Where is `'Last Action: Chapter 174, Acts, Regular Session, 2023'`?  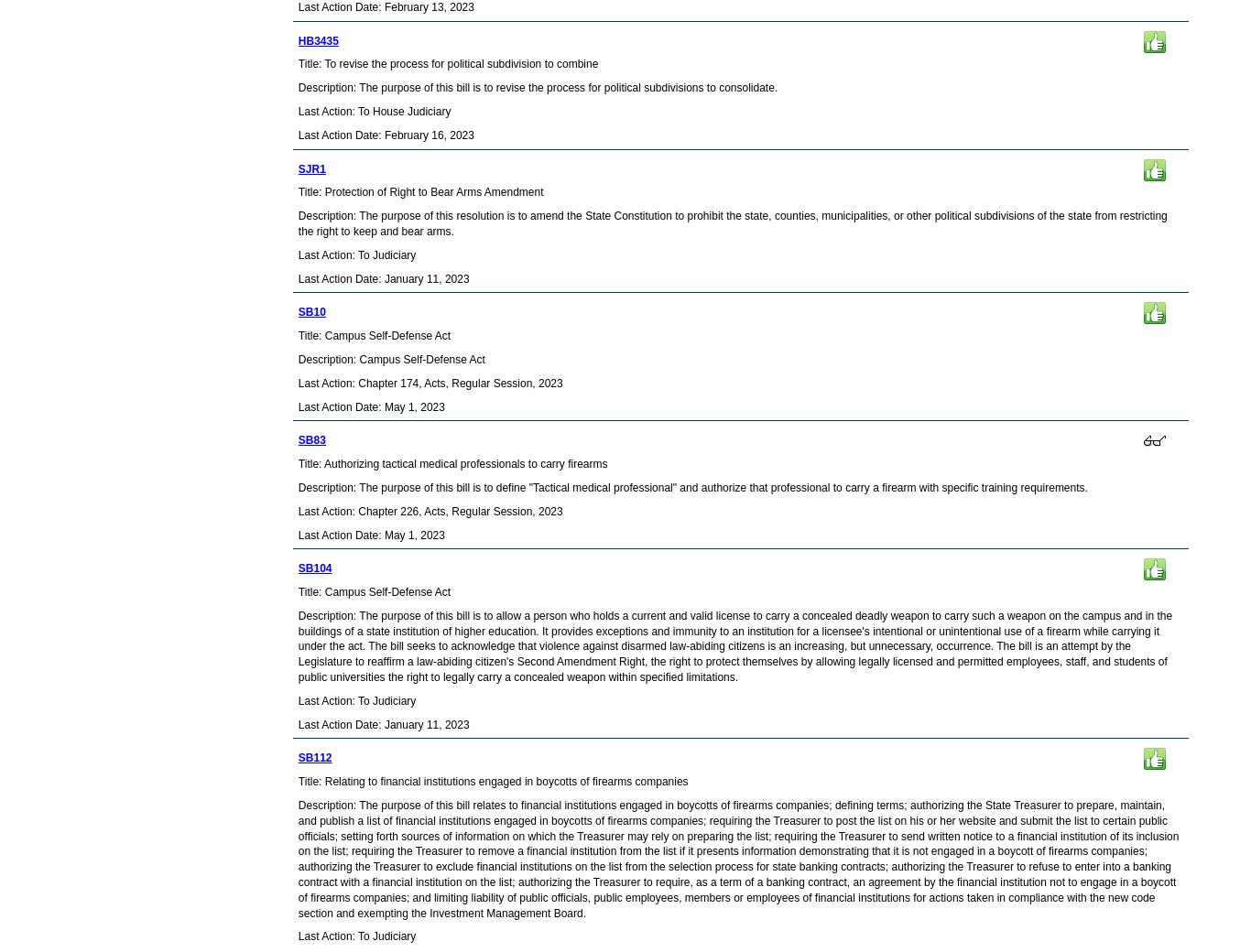
'Last Action: Chapter 174, Acts, Regular Session, 2023' is located at coordinates (430, 382).